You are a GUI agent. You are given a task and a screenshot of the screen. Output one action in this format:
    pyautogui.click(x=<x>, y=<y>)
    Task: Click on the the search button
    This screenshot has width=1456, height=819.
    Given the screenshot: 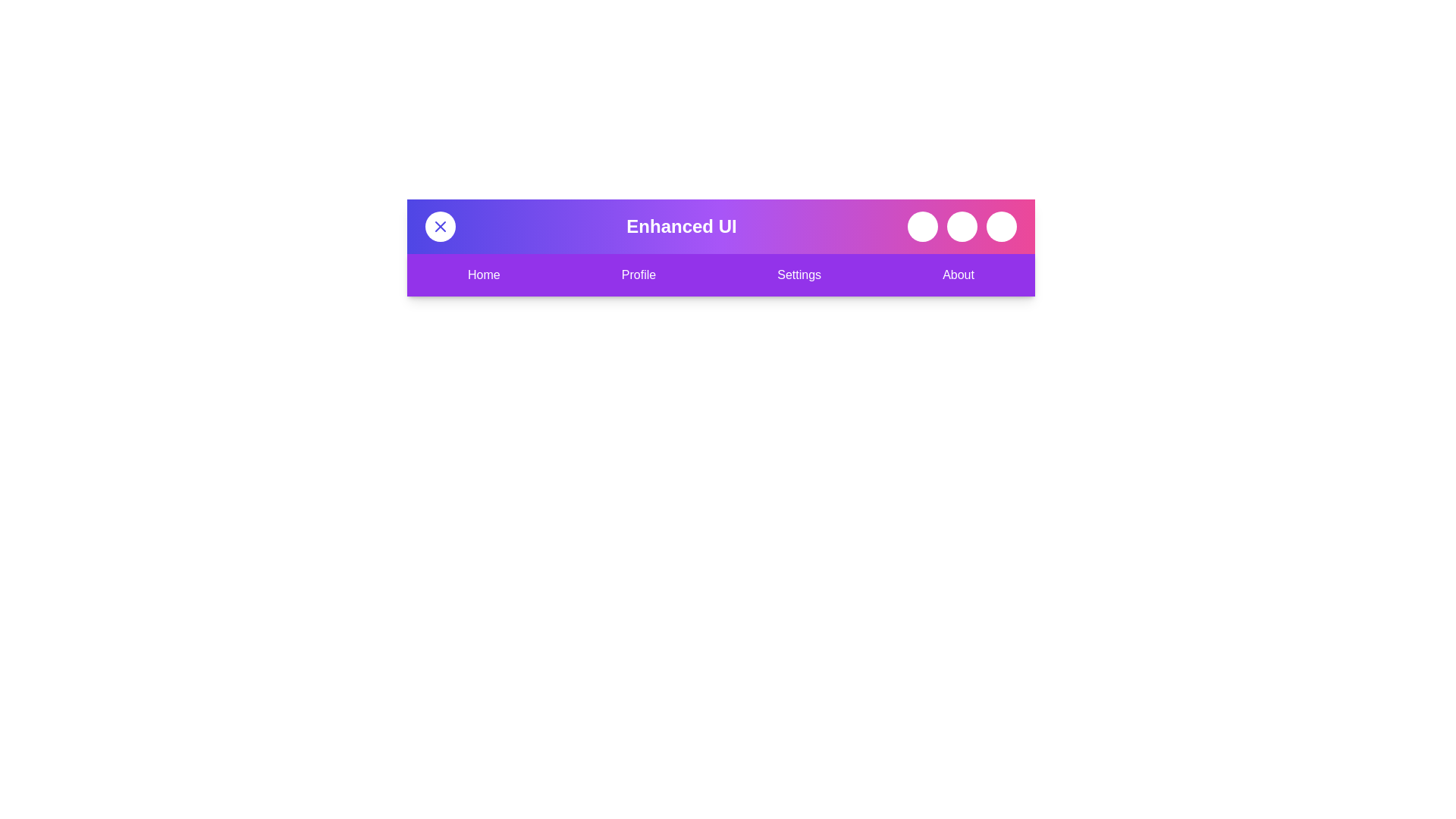 What is the action you would take?
    pyautogui.click(x=921, y=227)
    